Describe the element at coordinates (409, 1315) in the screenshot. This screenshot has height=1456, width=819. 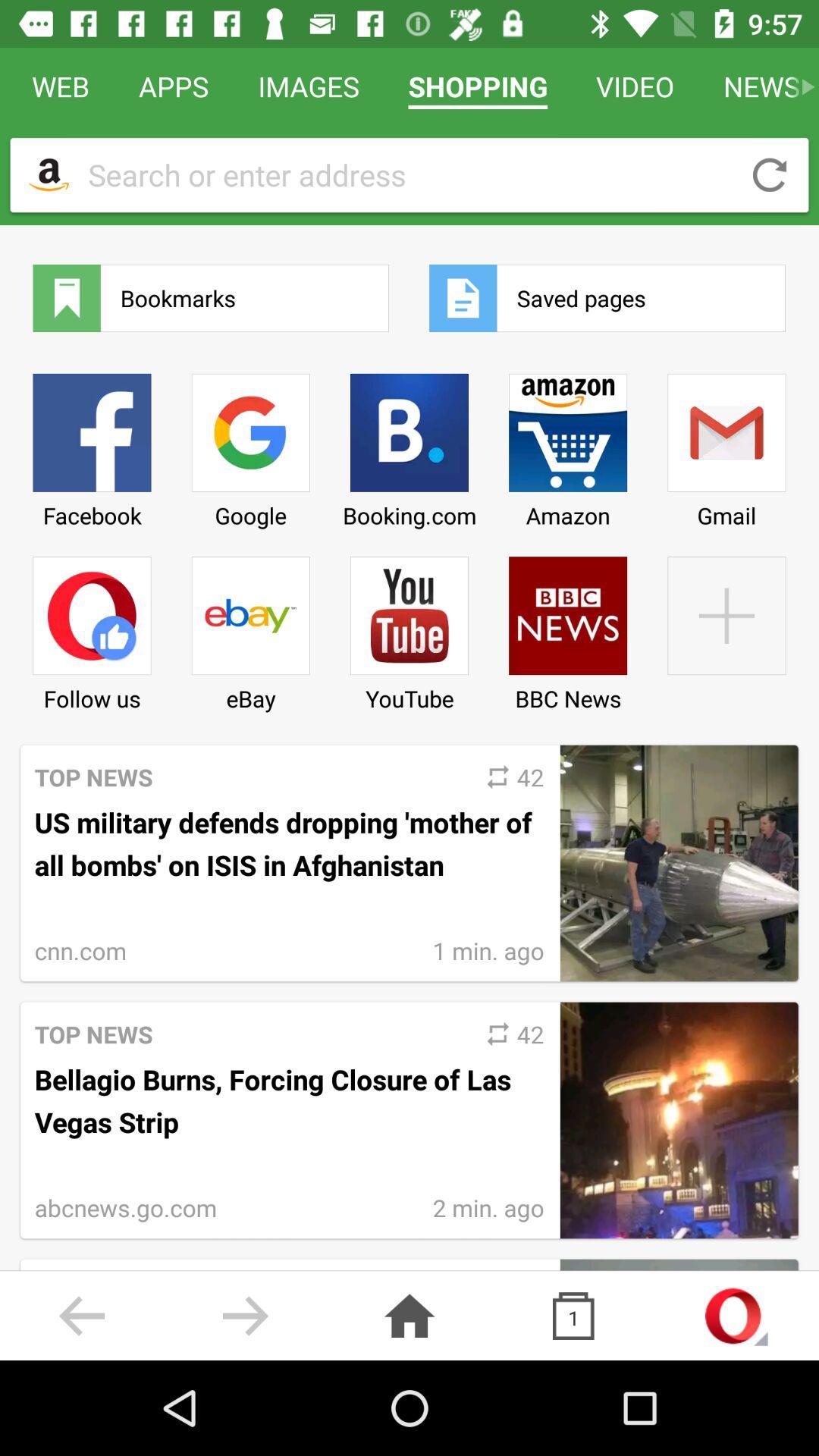
I see `the home icon` at that location.